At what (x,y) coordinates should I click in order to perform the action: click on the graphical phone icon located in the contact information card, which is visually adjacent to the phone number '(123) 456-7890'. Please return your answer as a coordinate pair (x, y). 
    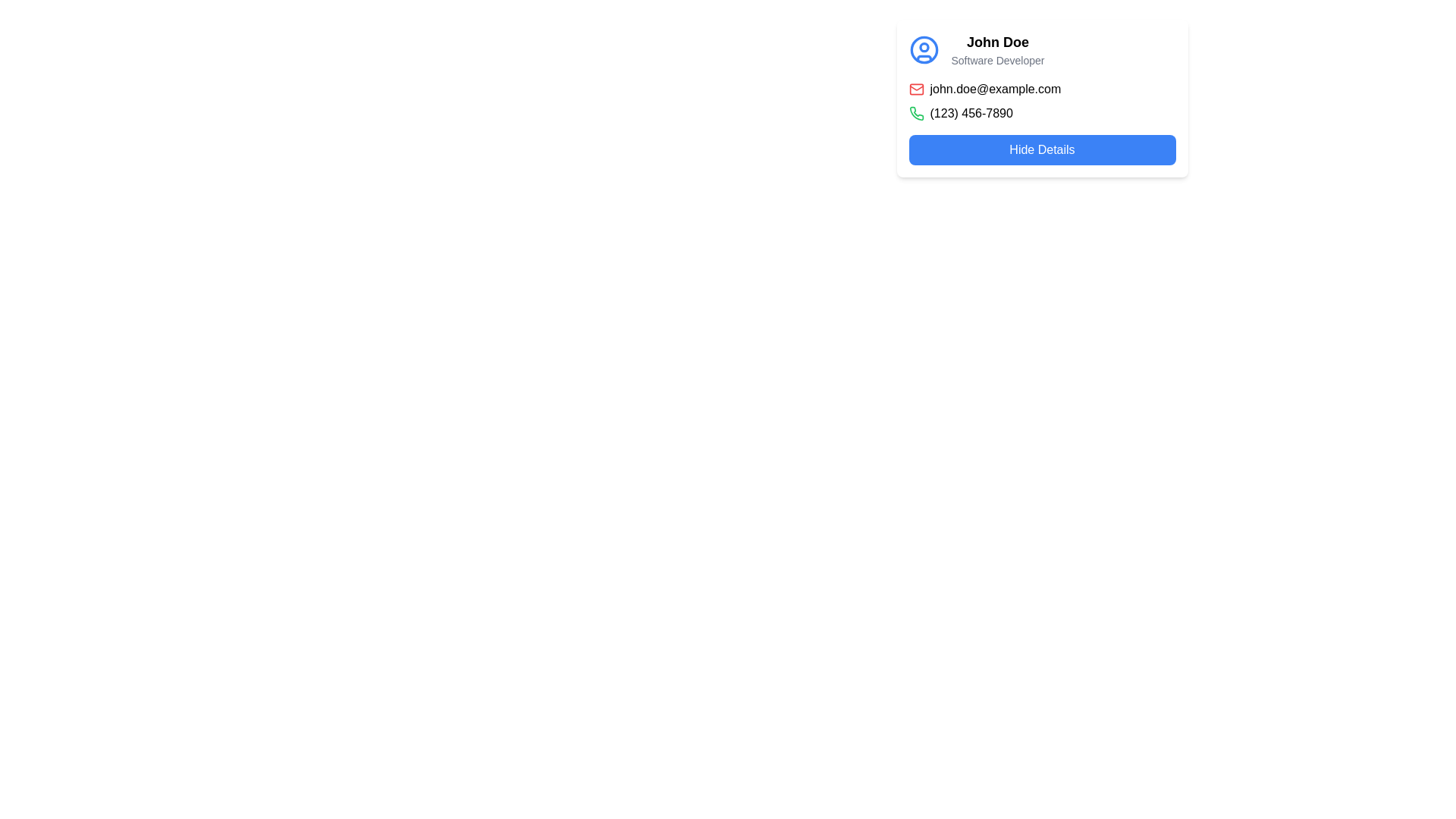
    Looking at the image, I should click on (915, 113).